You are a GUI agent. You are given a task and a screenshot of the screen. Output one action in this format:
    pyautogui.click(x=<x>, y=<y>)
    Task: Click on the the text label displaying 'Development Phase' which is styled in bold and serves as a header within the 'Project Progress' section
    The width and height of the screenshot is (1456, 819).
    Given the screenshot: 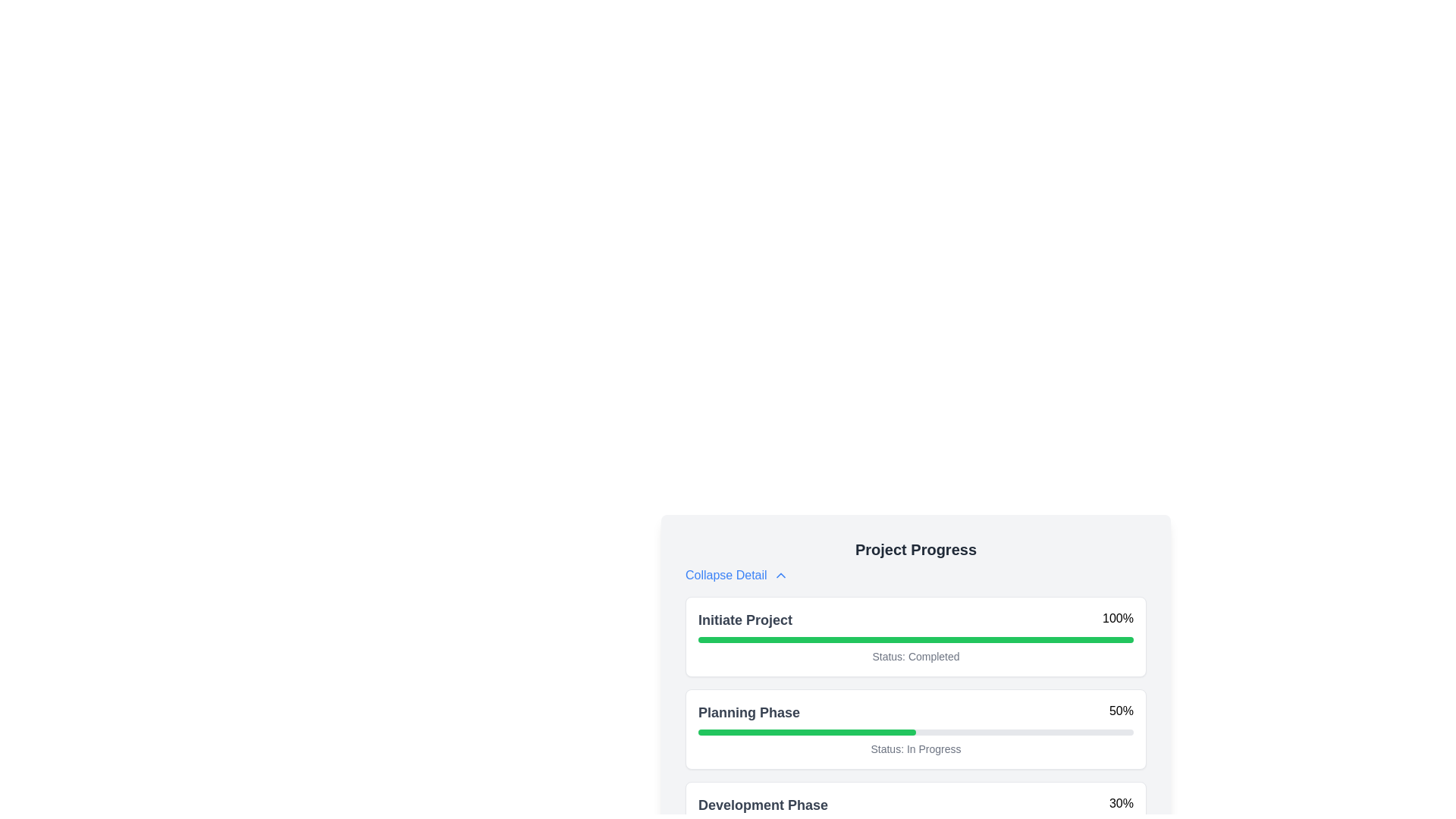 What is the action you would take?
    pyautogui.click(x=763, y=804)
    